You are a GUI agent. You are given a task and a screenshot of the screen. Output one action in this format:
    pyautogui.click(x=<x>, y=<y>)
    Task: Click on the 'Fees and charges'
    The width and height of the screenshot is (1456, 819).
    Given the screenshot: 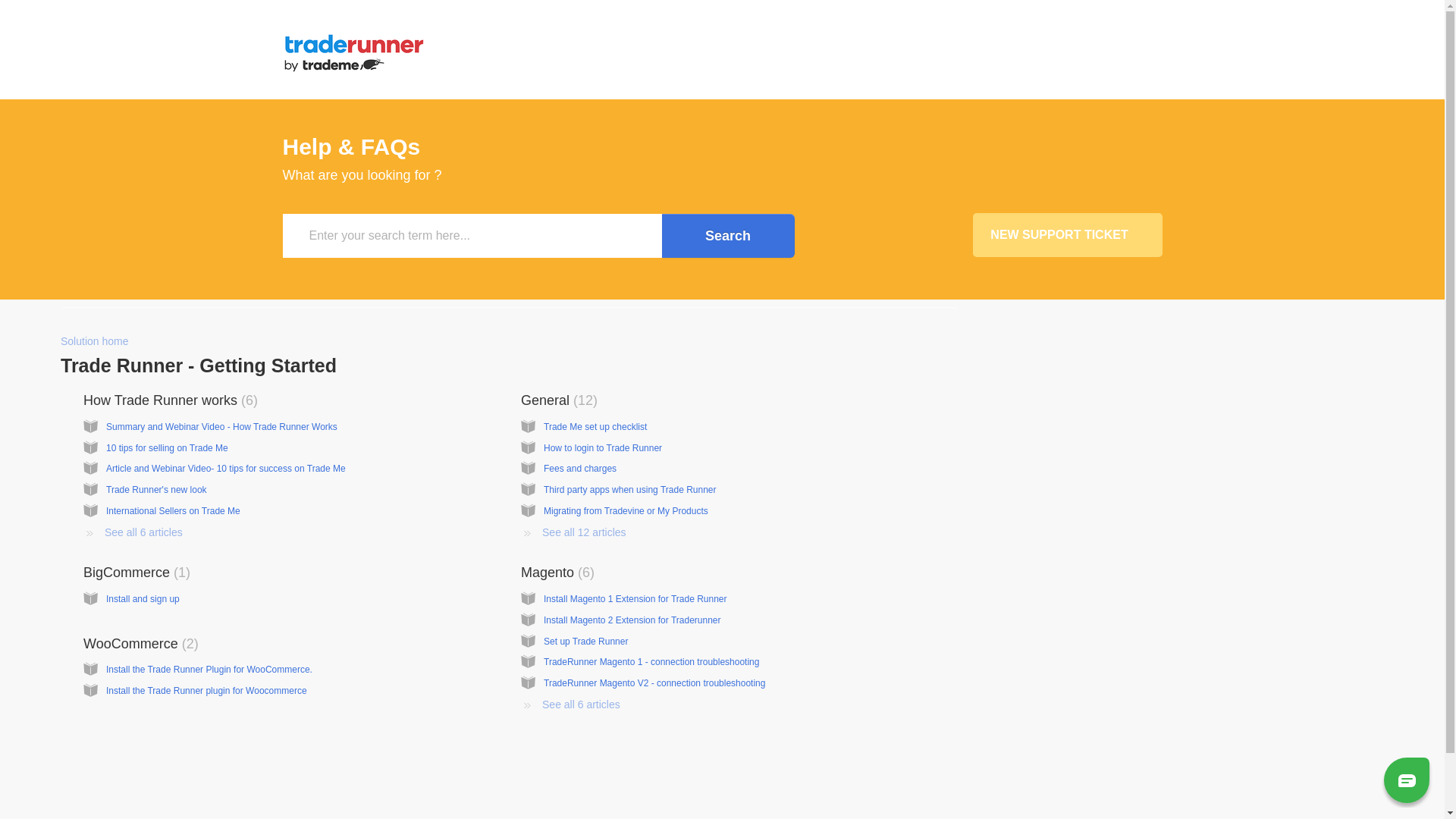 What is the action you would take?
    pyautogui.click(x=579, y=467)
    